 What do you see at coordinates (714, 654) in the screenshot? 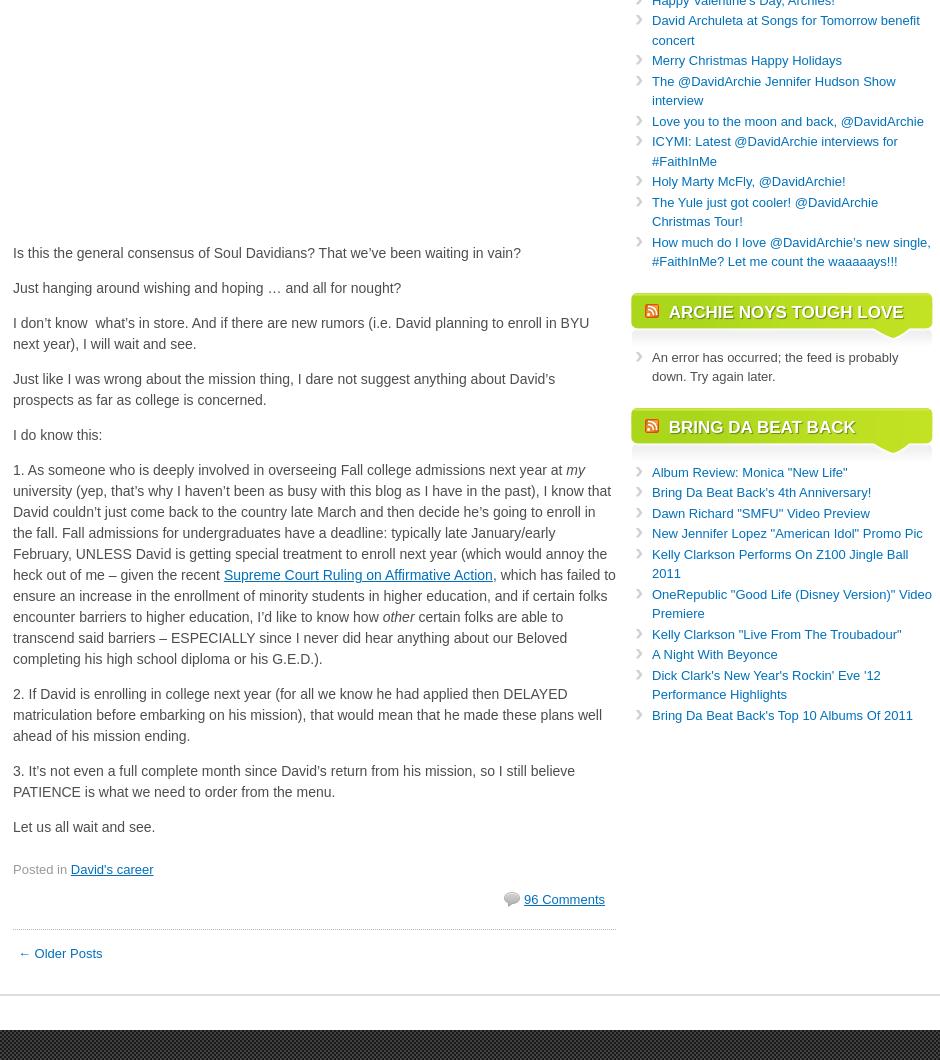
I see `'A Night With Beyonce'` at bounding box center [714, 654].